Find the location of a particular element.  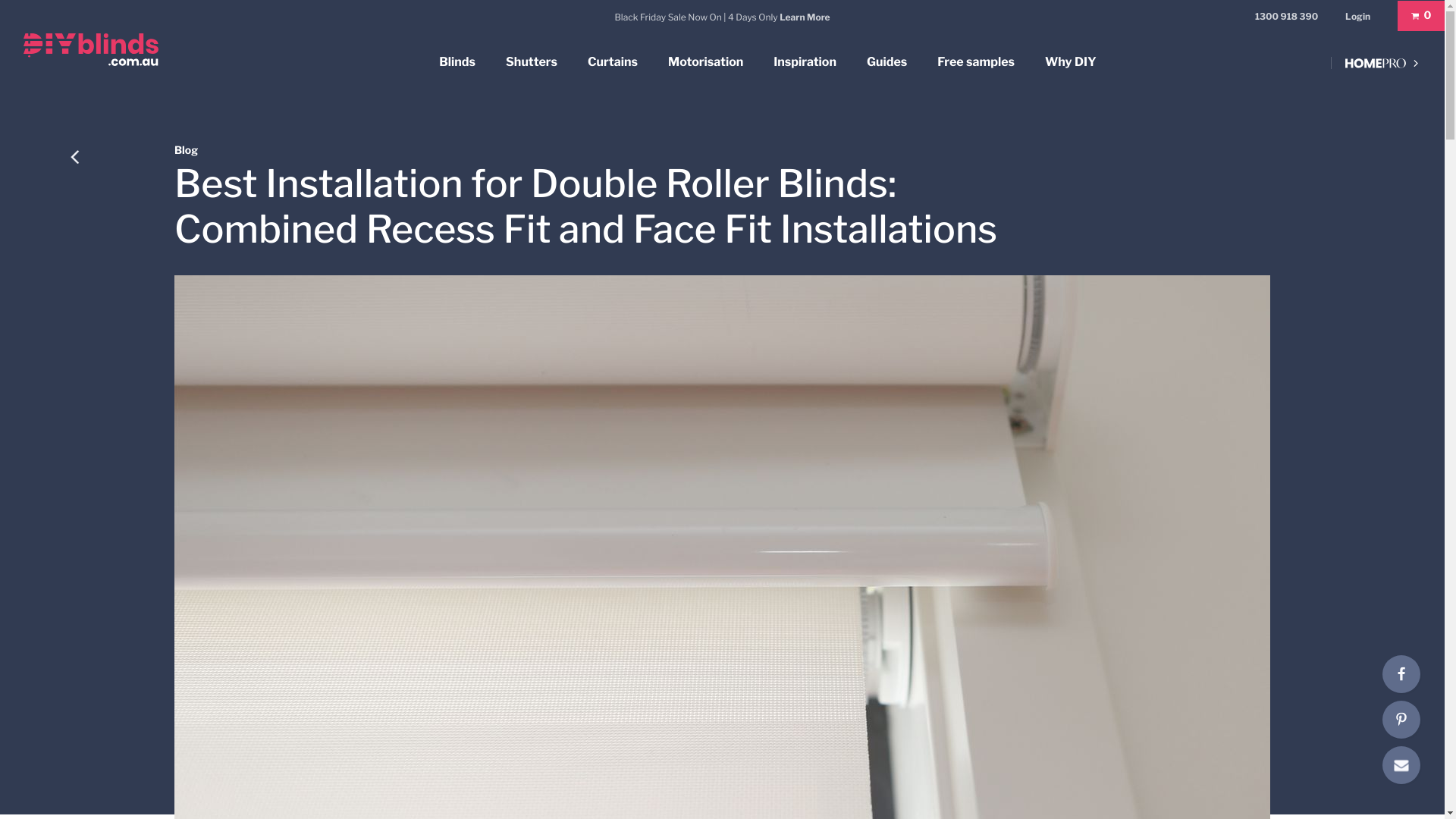

'Facebook' is located at coordinates (1401, 673).